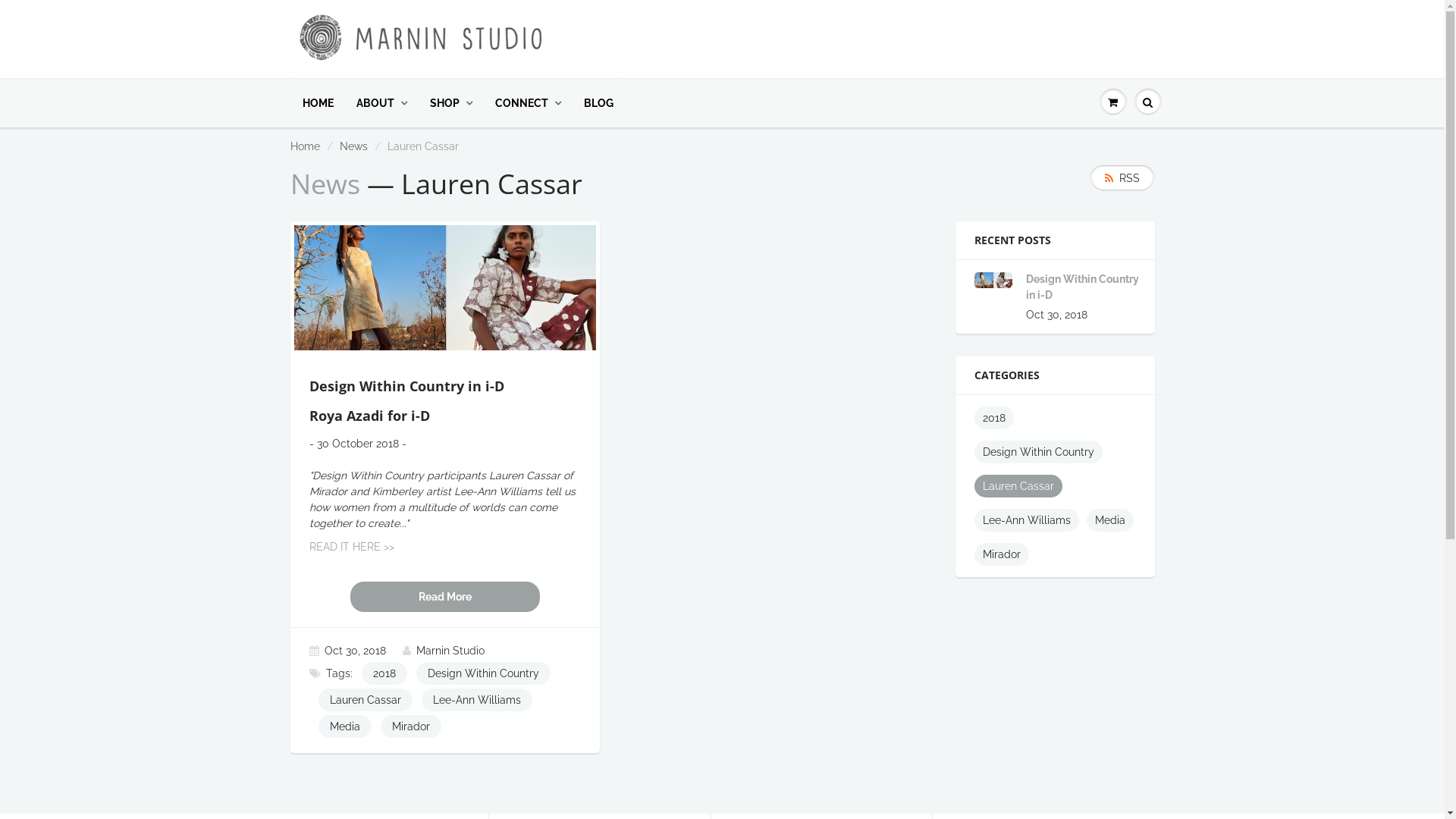  Describe the element at coordinates (1001, 554) in the screenshot. I see `'Mirador'` at that location.